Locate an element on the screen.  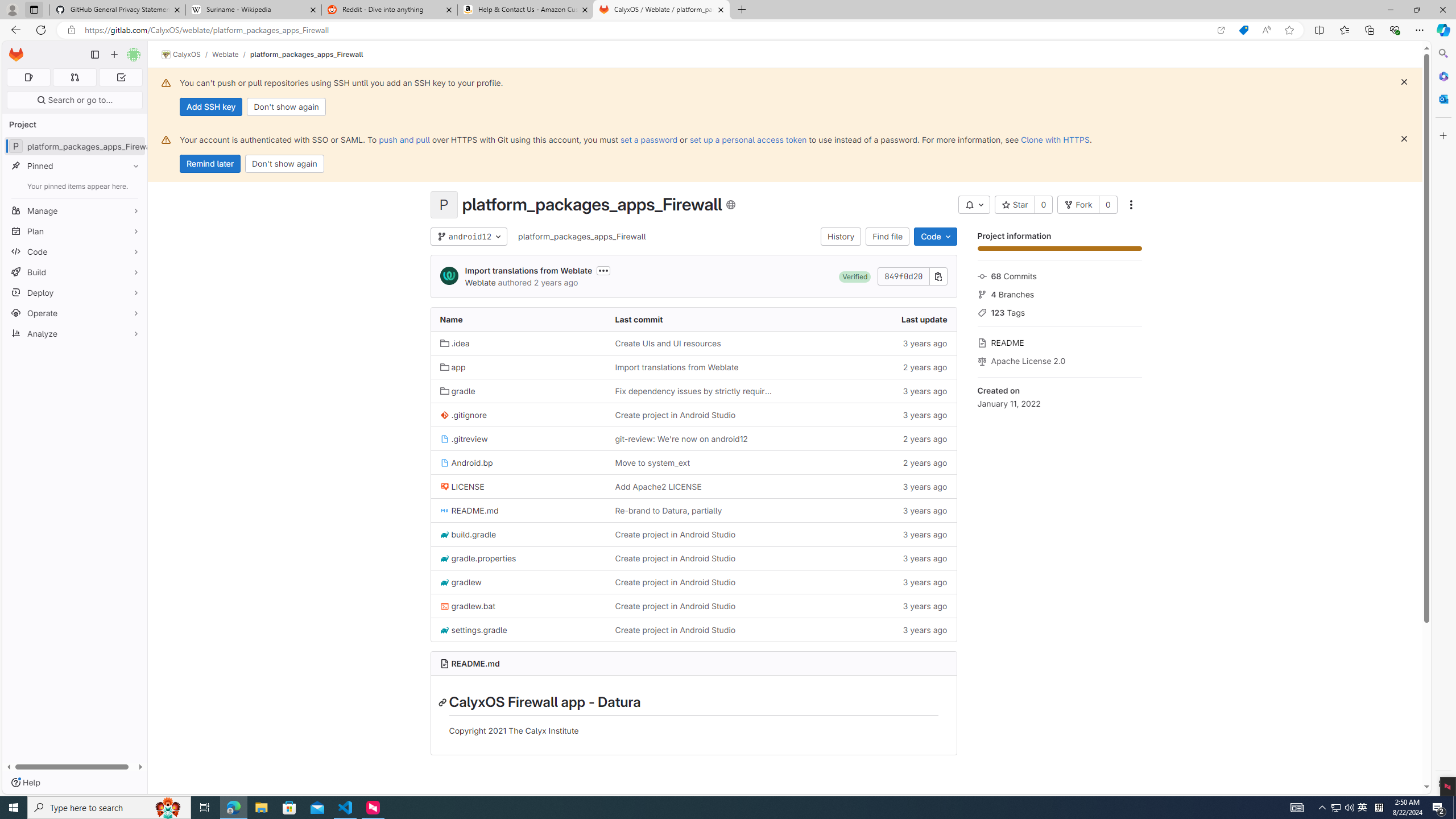
'Create UIs and UI resources' is located at coordinates (667, 342).